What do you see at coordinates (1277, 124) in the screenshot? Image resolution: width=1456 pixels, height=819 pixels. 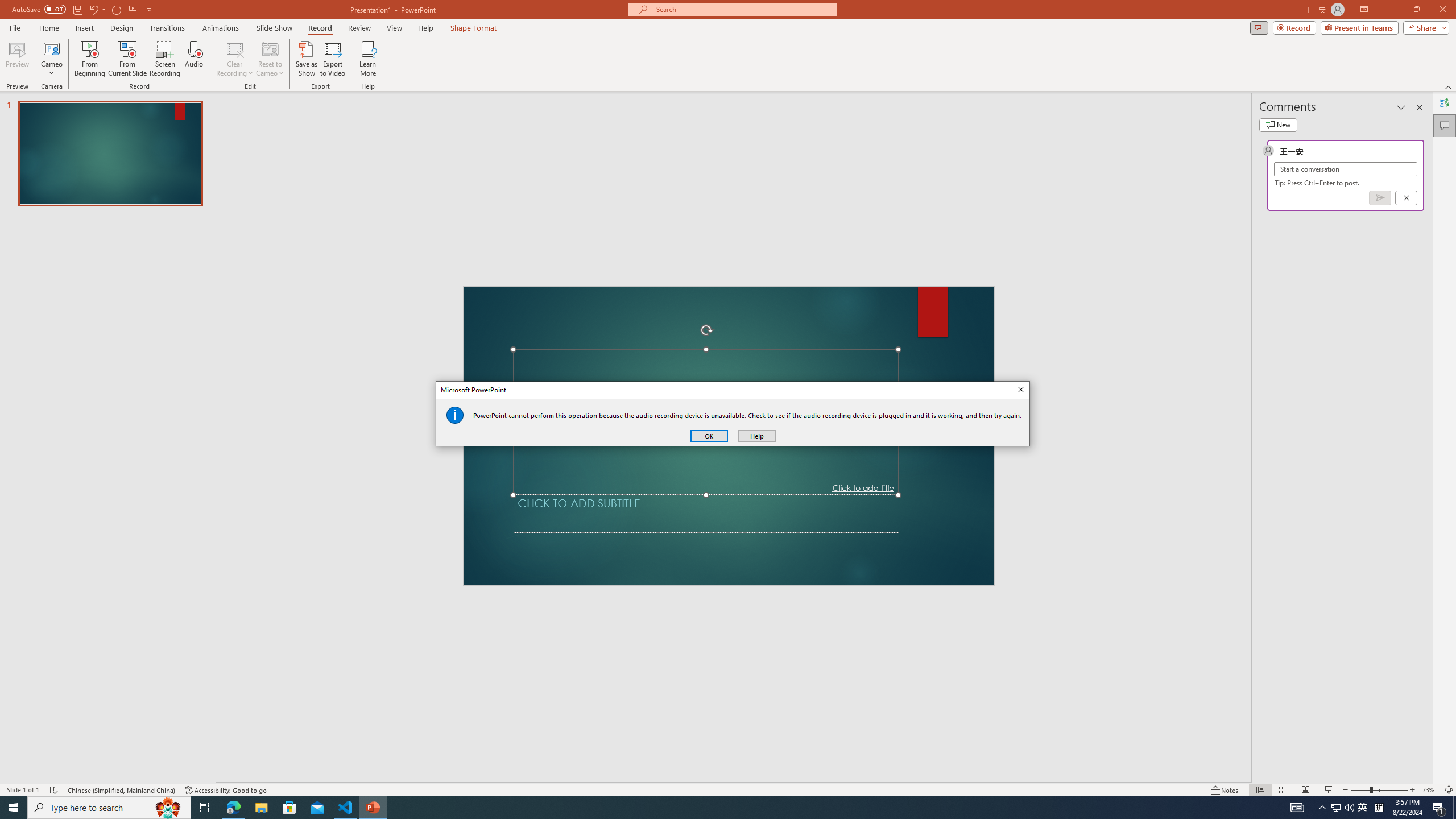 I see `'New comment'` at bounding box center [1277, 124].